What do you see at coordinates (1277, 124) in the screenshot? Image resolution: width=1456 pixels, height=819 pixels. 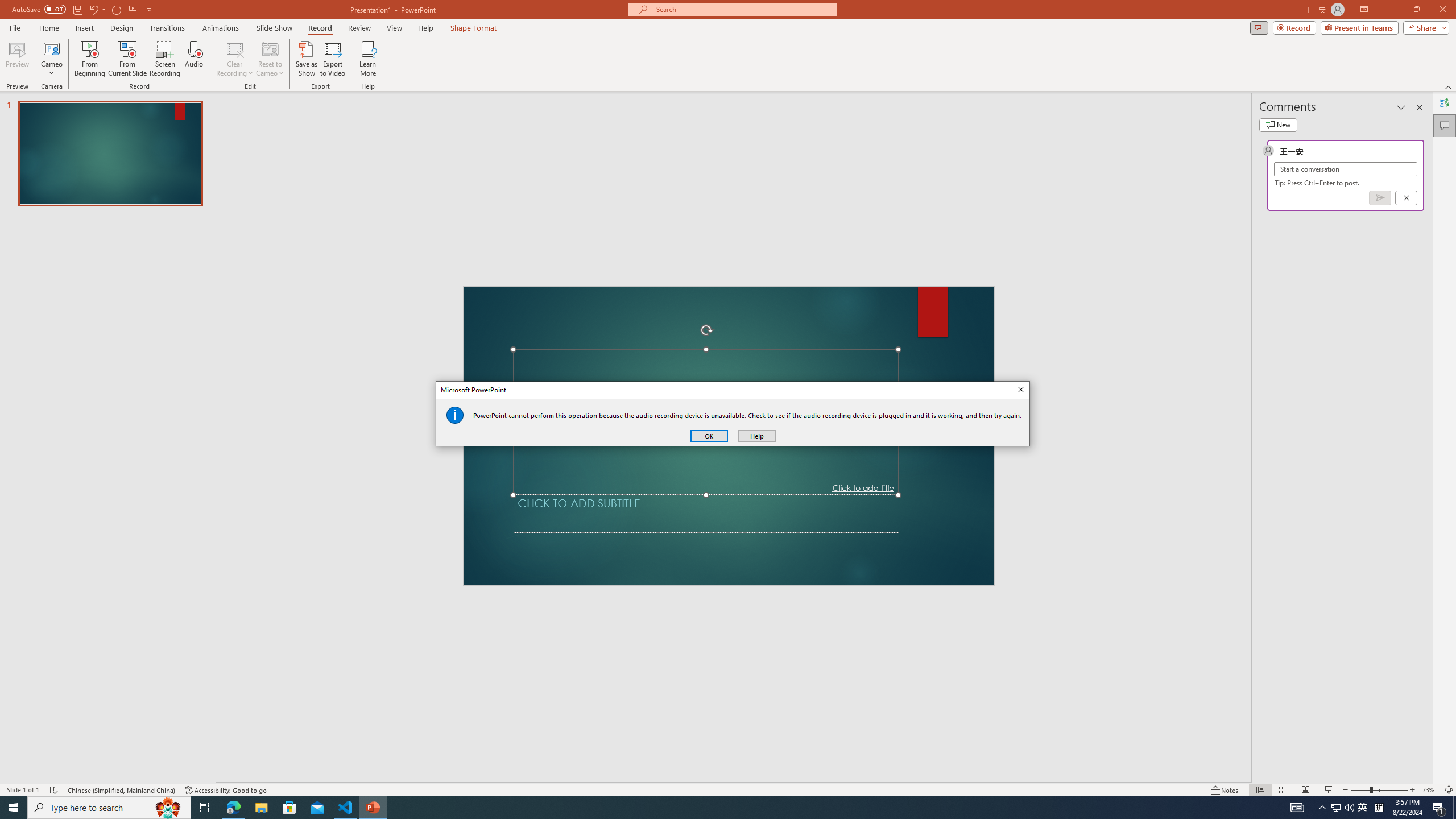 I see `'New comment'` at bounding box center [1277, 124].